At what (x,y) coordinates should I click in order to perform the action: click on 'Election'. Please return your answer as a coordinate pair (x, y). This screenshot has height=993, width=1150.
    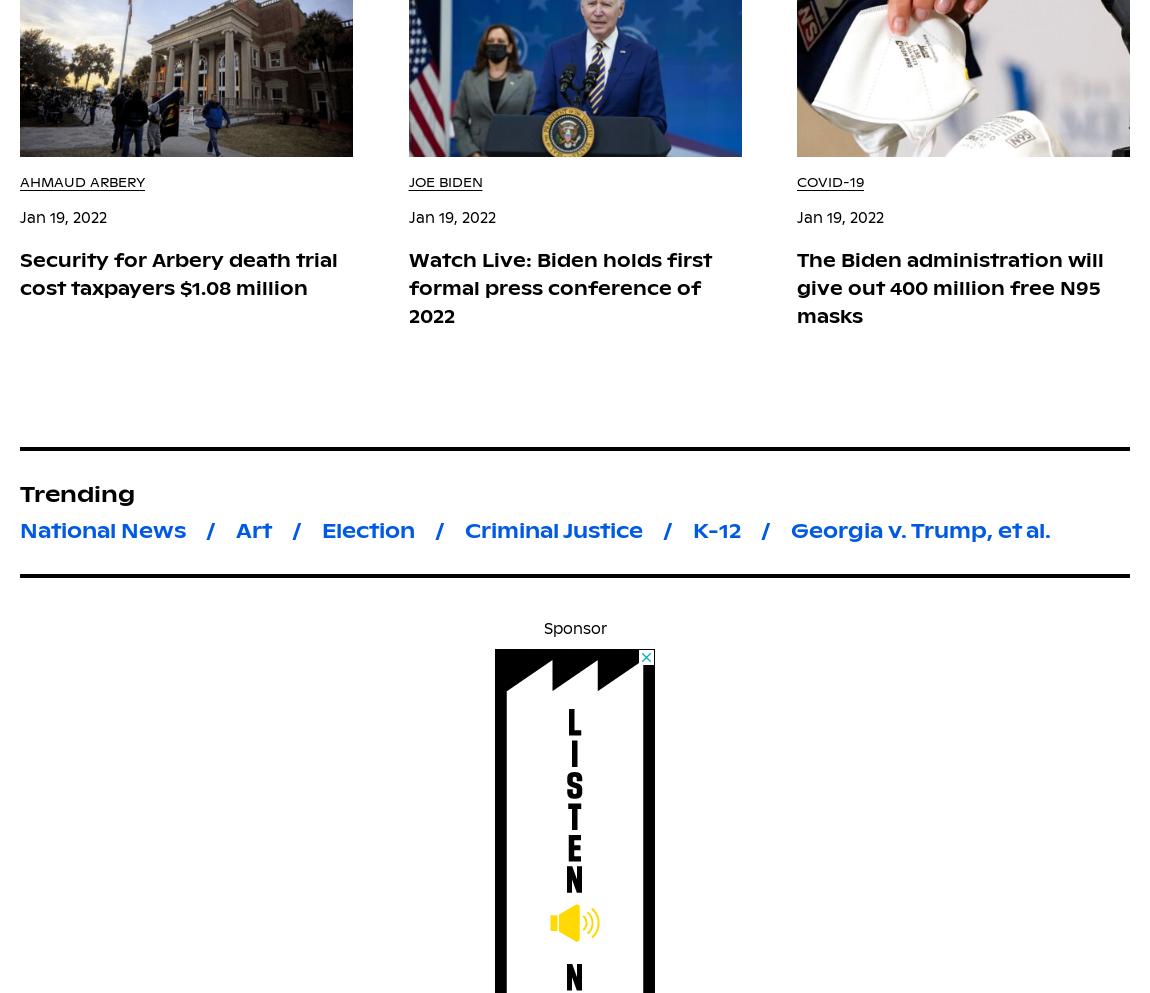
    Looking at the image, I should click on (322, 529).